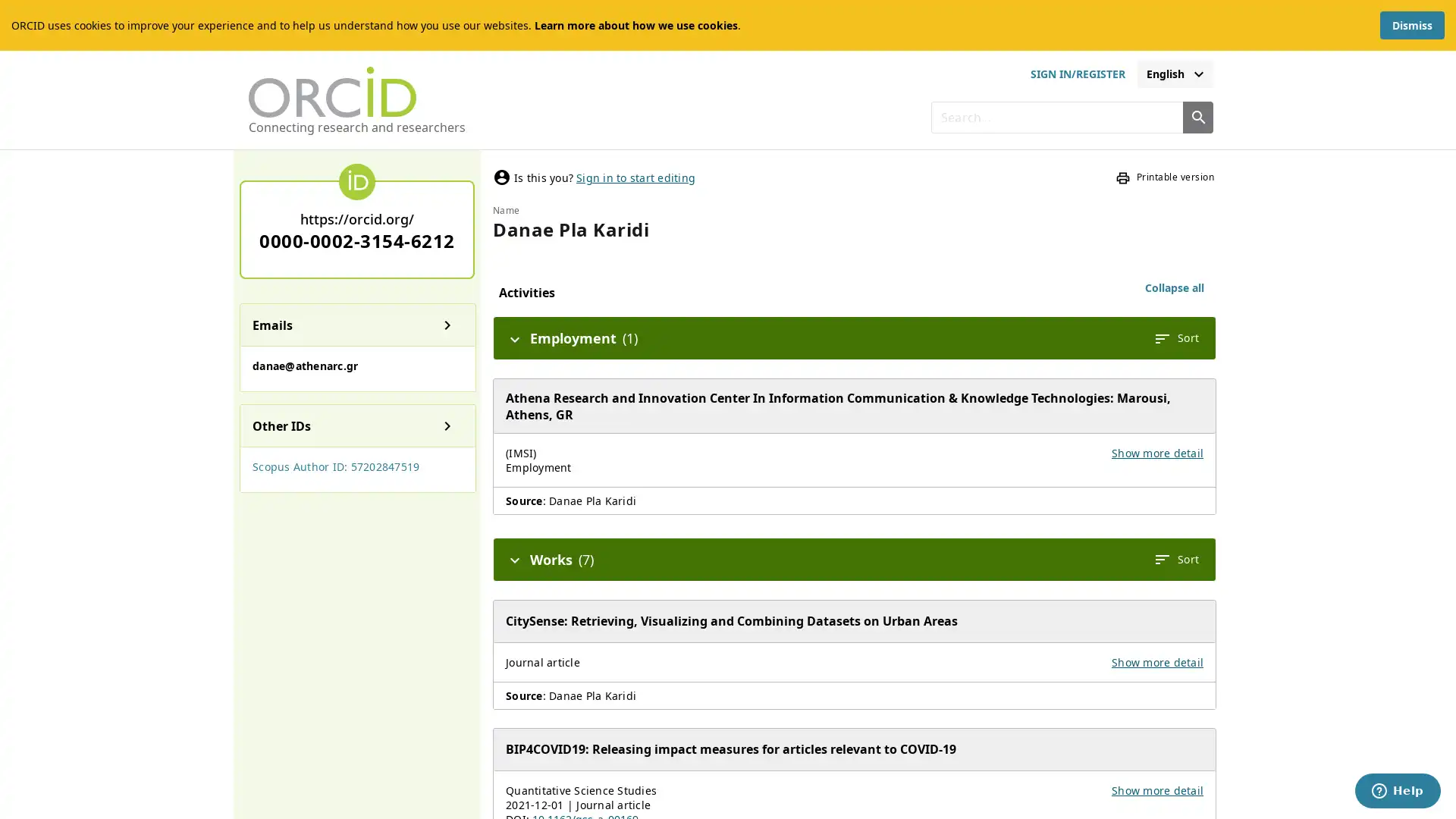 The image size is (1456, 819). Describe the element at coordinates (447, 425) in the screenshot. I see `Show details` at that location.